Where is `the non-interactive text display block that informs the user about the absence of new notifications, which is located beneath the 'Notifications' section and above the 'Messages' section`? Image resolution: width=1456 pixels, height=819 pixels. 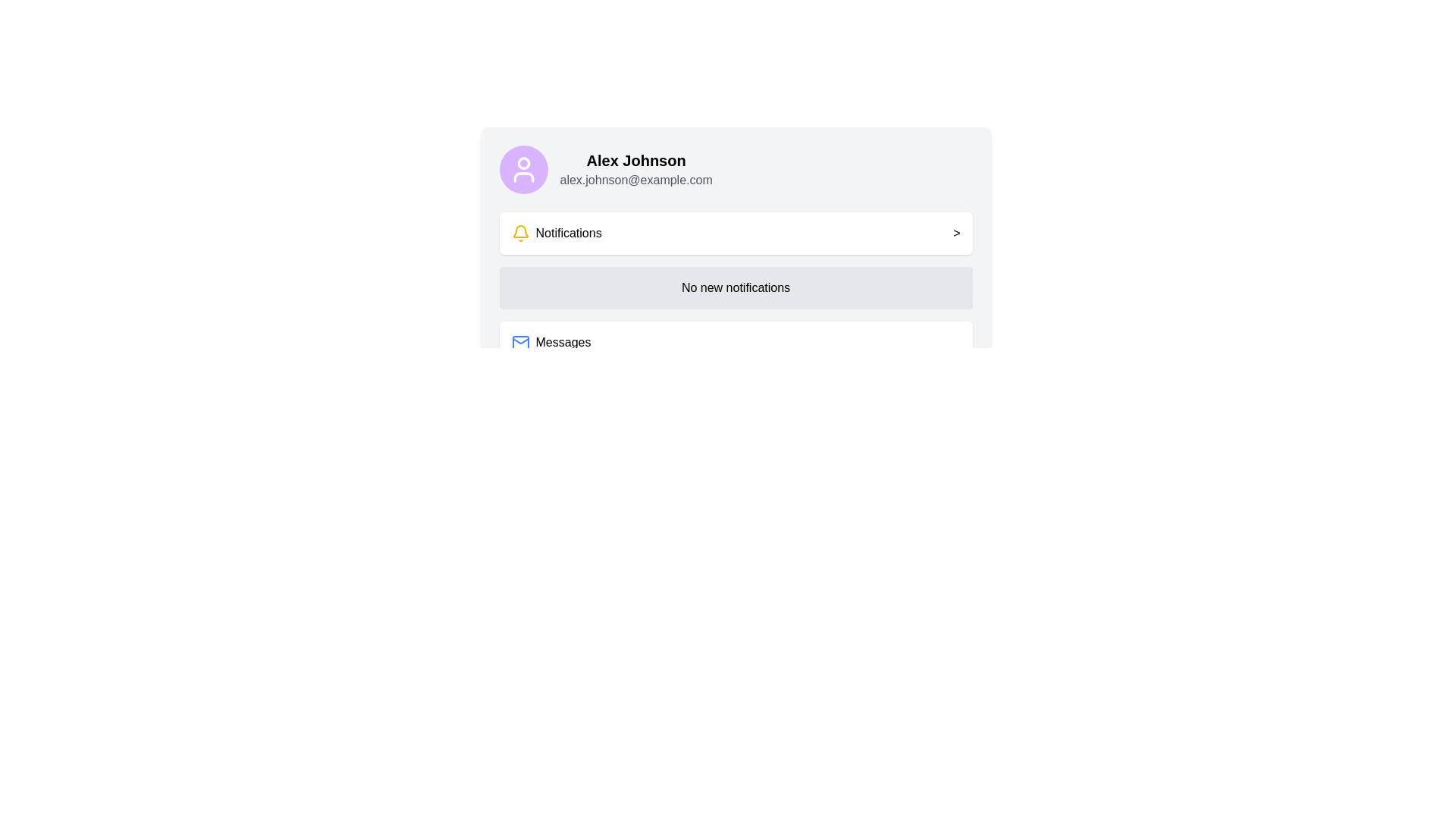
the non-interactive text display block that informs the user about the absence of new notifications, which is located beneath the 'Notifications' section and above the 'Messages' section is located at coordinates (736, 288).